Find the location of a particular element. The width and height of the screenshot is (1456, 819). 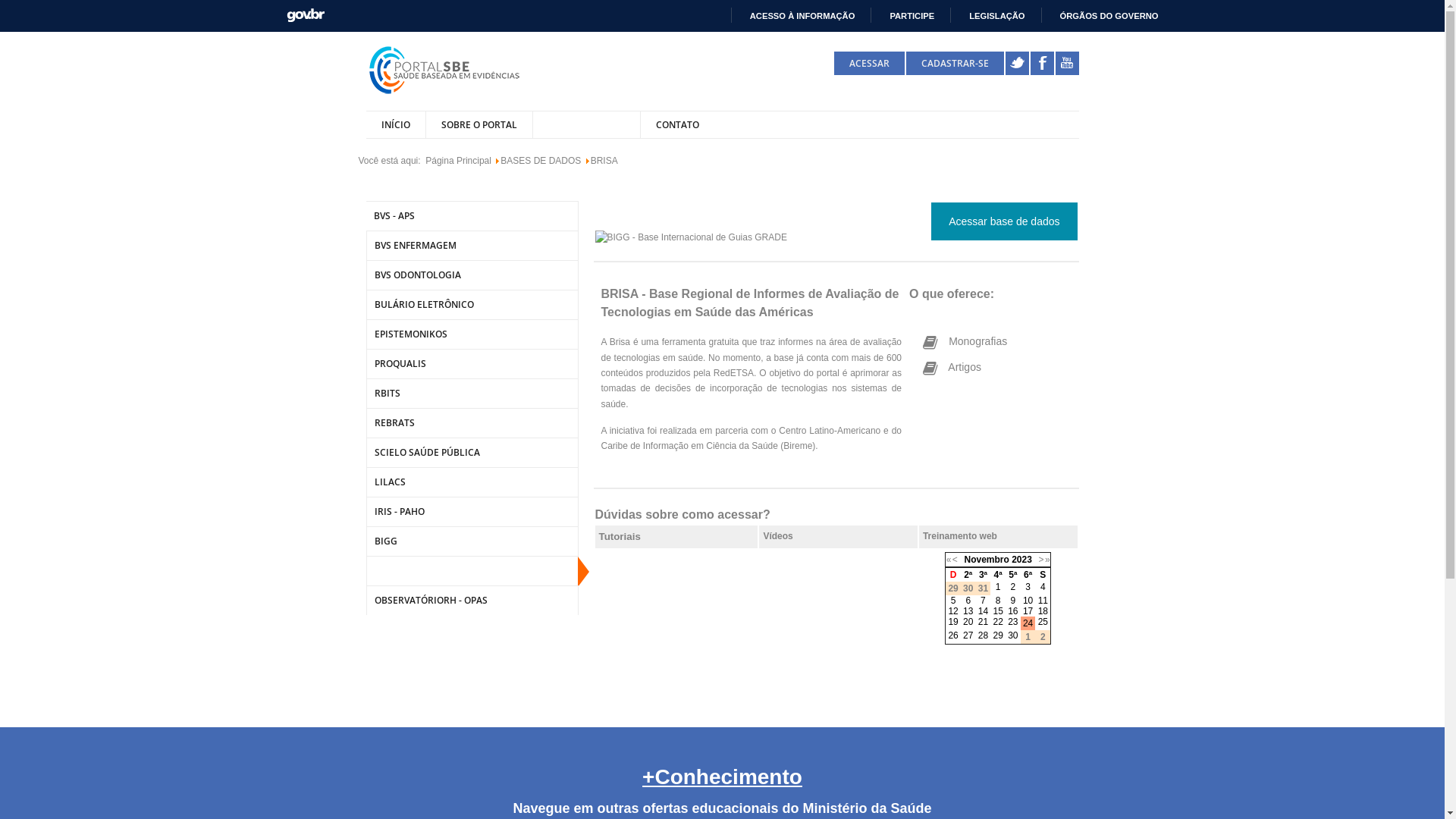

'EPISTEMONIKOS' is located at coordinates (471, 333).